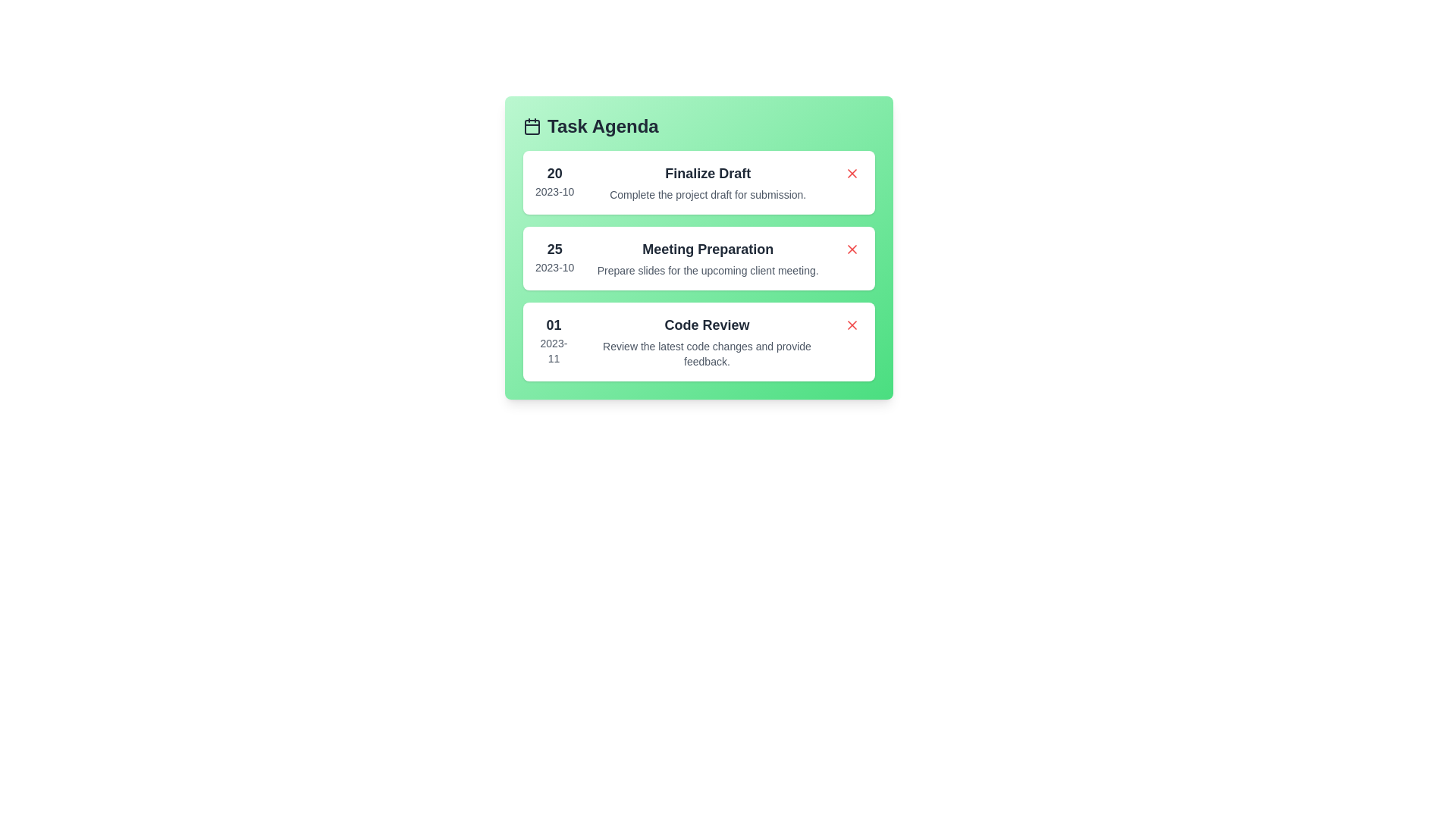 The width and height of the screenshot is (1456, 819). Describe the element at coordinates (852, 324) in the screenshot. I see `the delete button for the task labeled 'Code Review'` at that location.